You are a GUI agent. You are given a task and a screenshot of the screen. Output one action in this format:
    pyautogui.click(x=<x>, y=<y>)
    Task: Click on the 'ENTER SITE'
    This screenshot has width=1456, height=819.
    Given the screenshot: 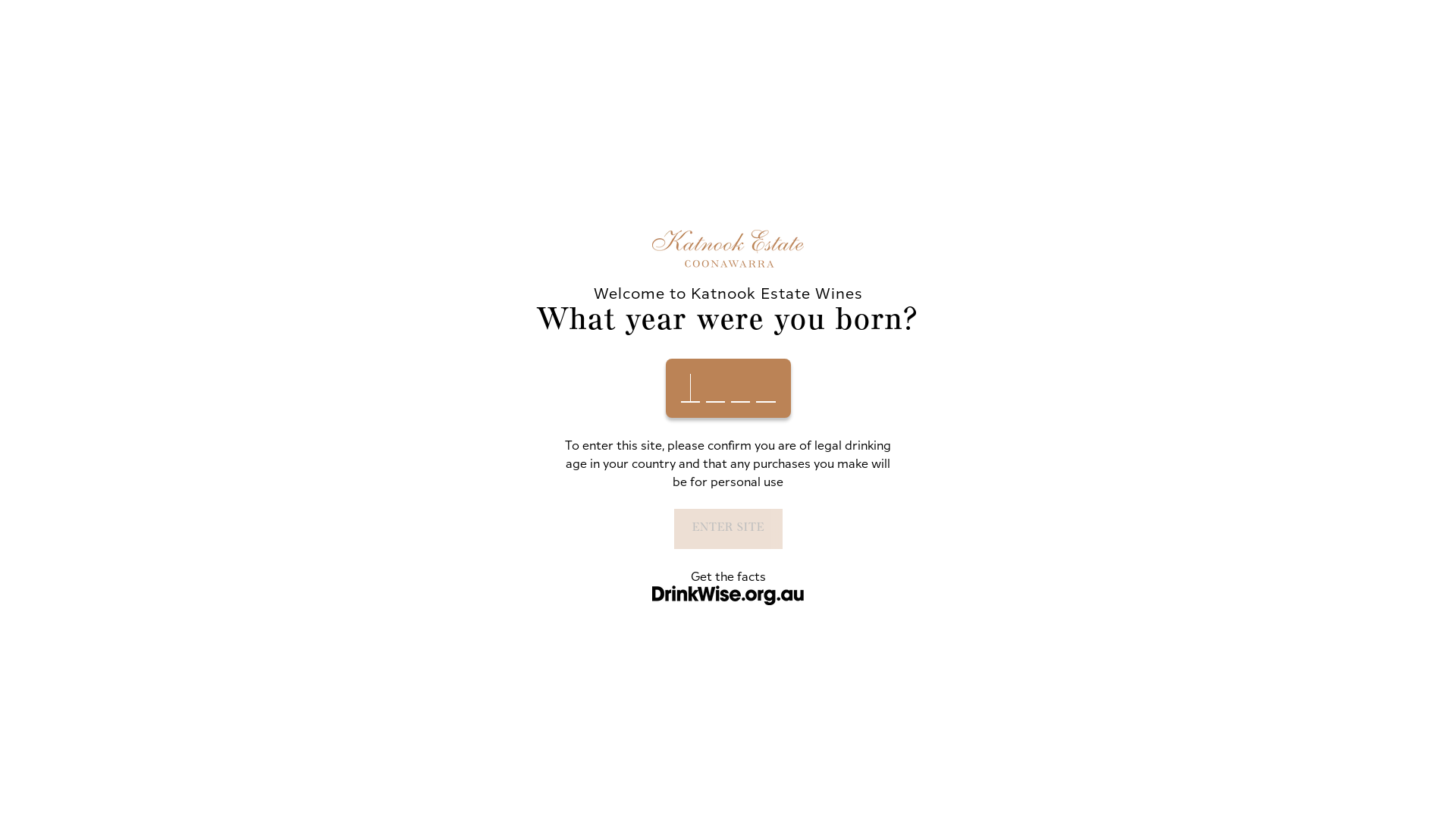 What is the action you would take?
    pyautogui.click(x=726, y=527)
    